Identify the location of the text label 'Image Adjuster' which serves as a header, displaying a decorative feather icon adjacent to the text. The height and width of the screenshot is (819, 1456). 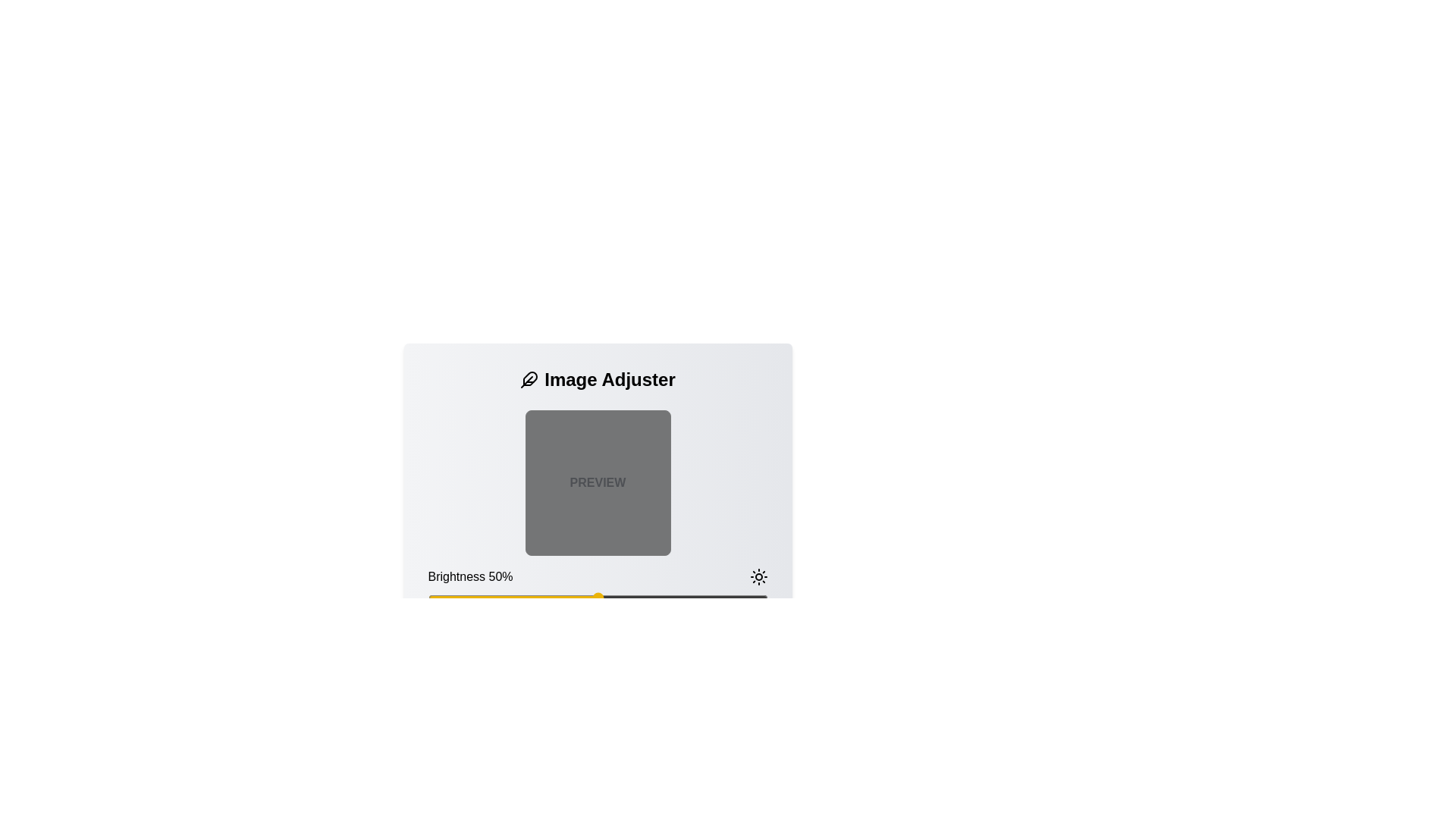
(597, 379).